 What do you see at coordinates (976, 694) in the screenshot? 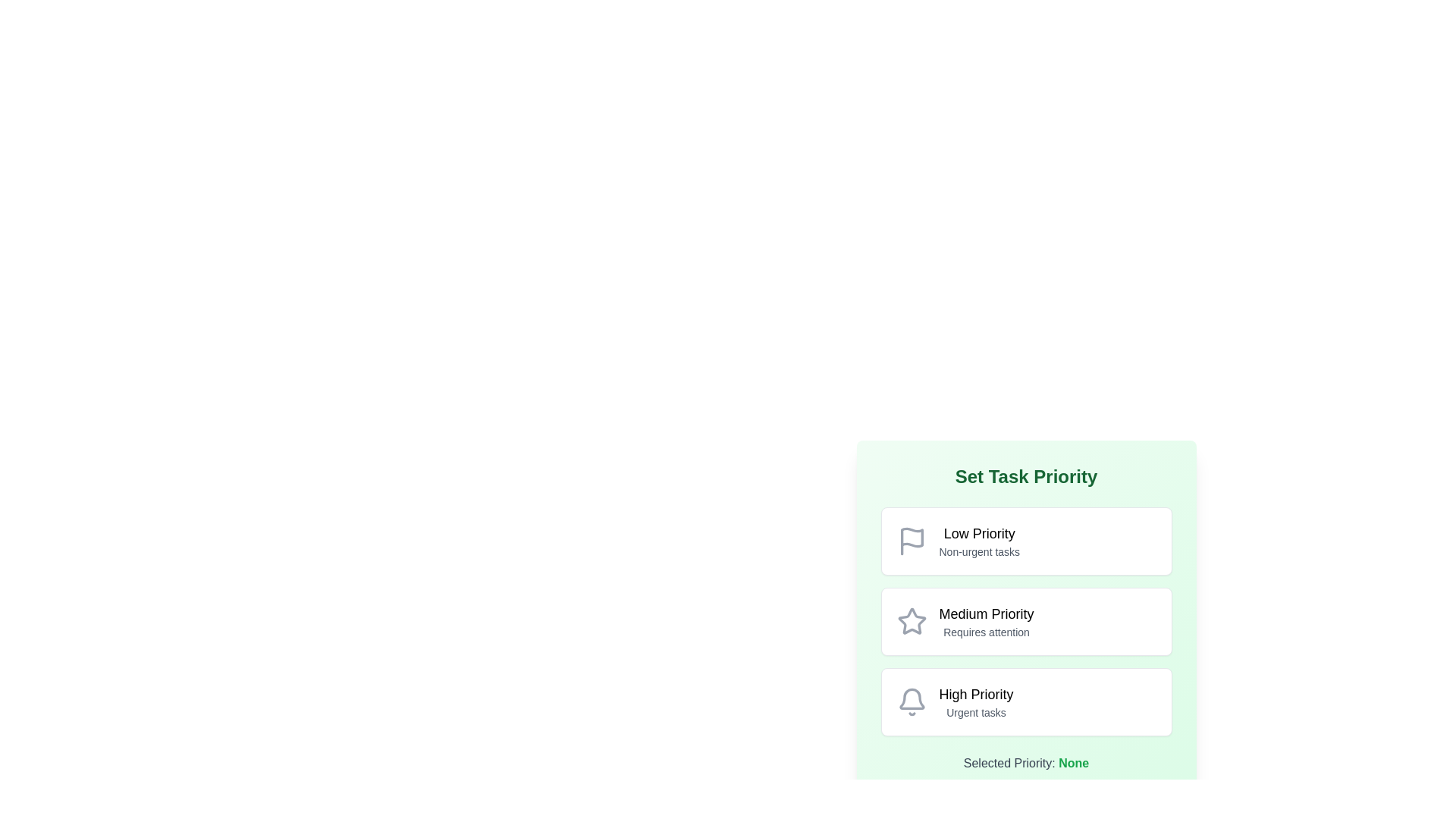
I see `the text label reading 'High Priority' which is located in the third row under 'Set Task Priority', to the right of the bell icon` at bounding box center [976, 694].